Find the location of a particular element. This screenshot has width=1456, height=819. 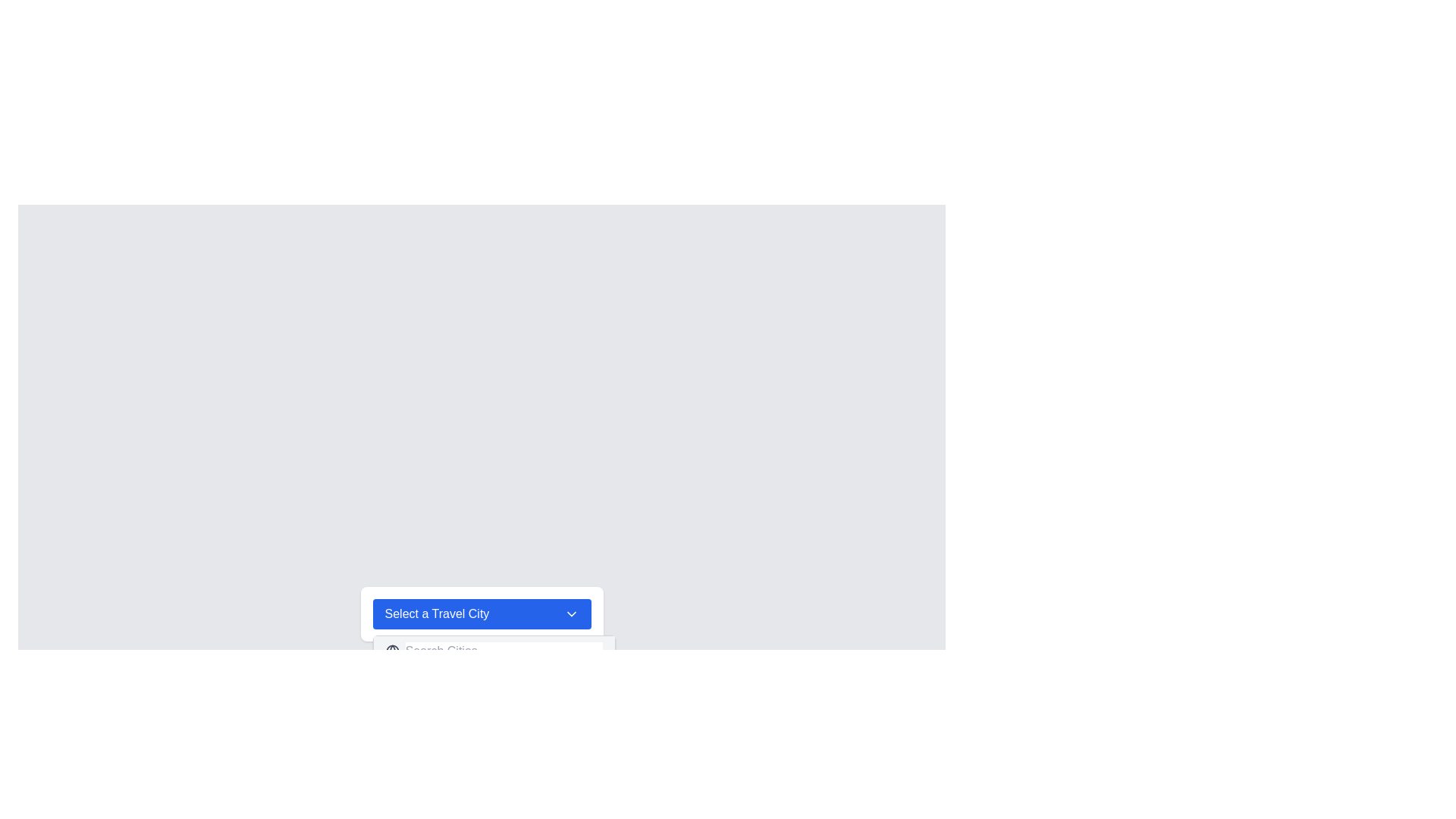

the world or map-related icon located to the left of the 'Search Cities' text box on the gray background bar is located at coordinates (392, 651).